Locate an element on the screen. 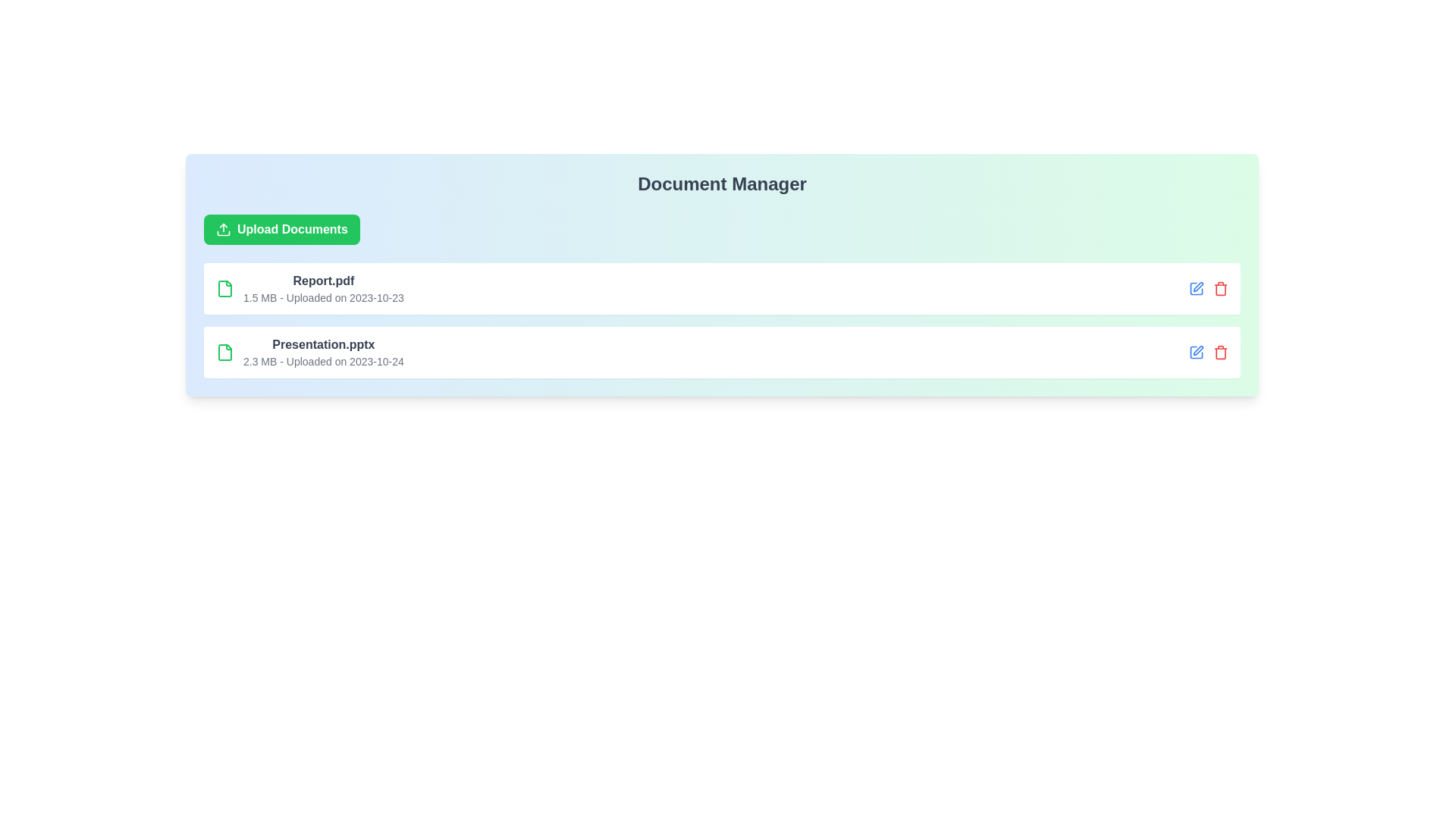  the decorative component of the upload icon located within the 'Upload Documents' button in the document manager interface is located at coordinates (222, 234).